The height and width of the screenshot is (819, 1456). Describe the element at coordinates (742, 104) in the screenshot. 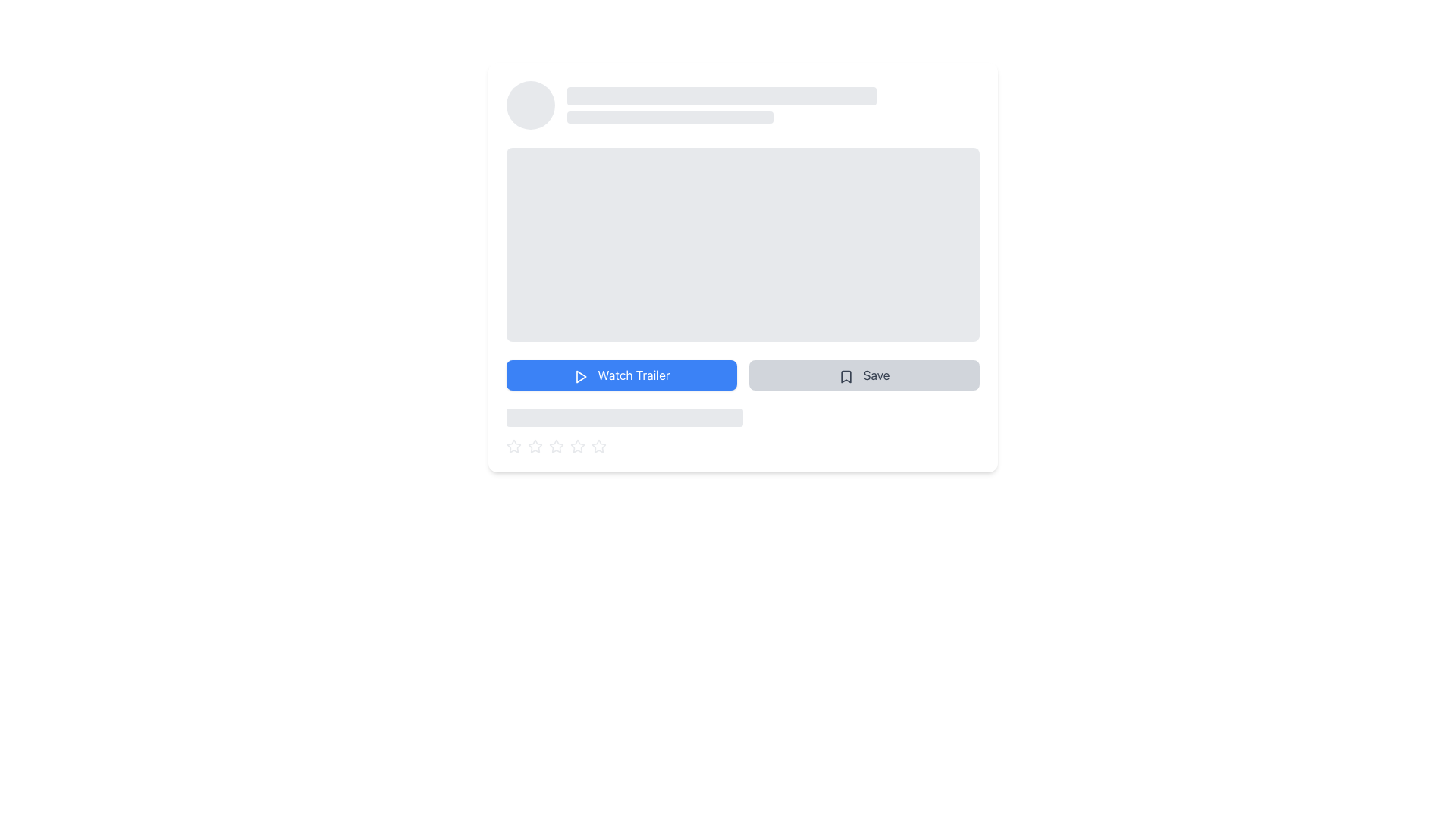

I see `the Content Placeholder, which is a horizontal section with a circular placeholder on the left and two stacked rectangular content placeholders on the right, styled in light gray and featuring animated pulsing effects` at that location.